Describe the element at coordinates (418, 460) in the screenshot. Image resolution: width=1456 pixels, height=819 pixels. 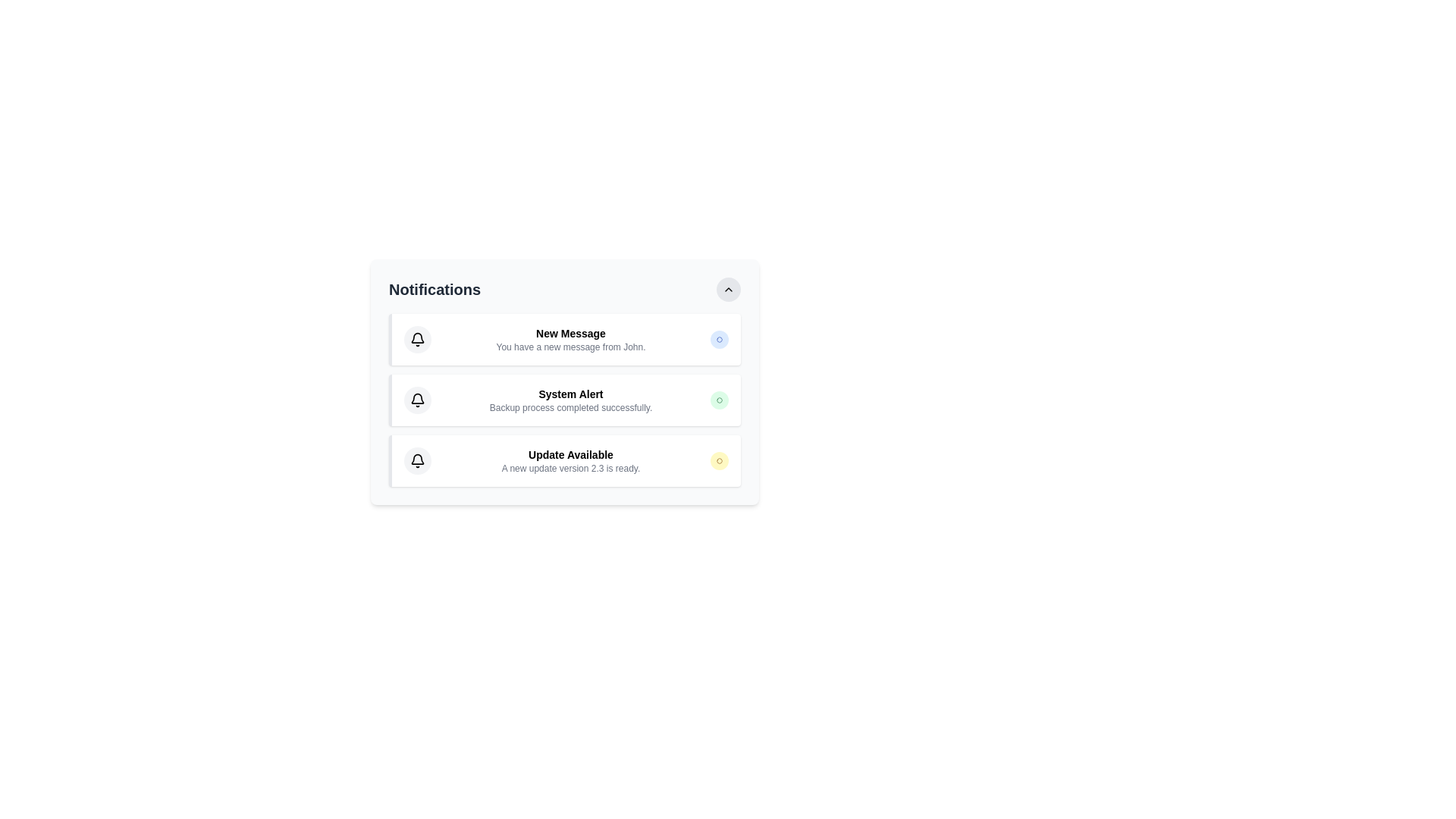
I see `the notification bell icon, which is a small circular button with a light gray background and a black outline, located at the top left corner of the 'Update Available' notification card` at that location.